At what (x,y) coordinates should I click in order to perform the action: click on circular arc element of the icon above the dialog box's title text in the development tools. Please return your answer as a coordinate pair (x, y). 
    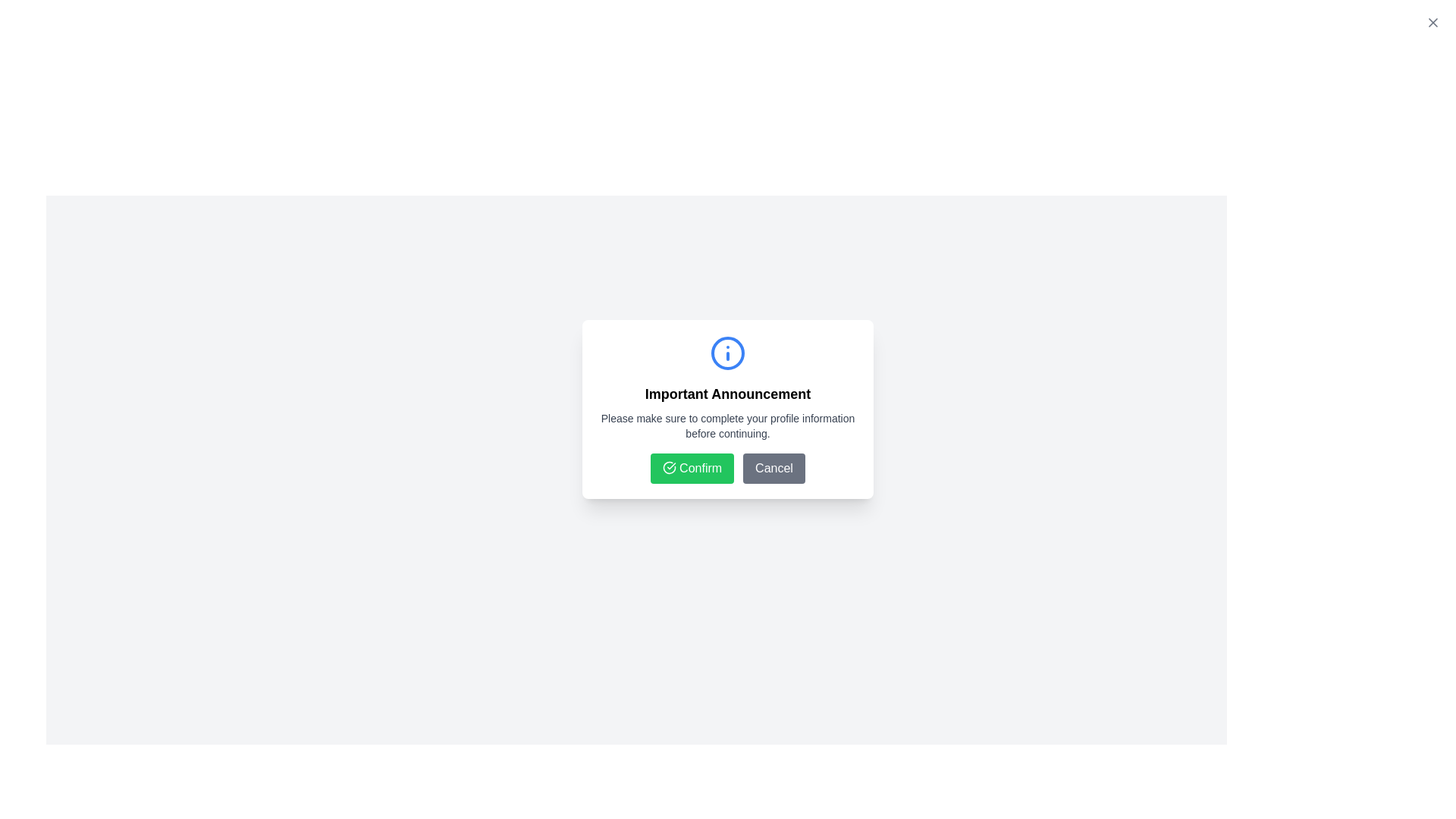
    Looking at the image, I should click on (669, 467).